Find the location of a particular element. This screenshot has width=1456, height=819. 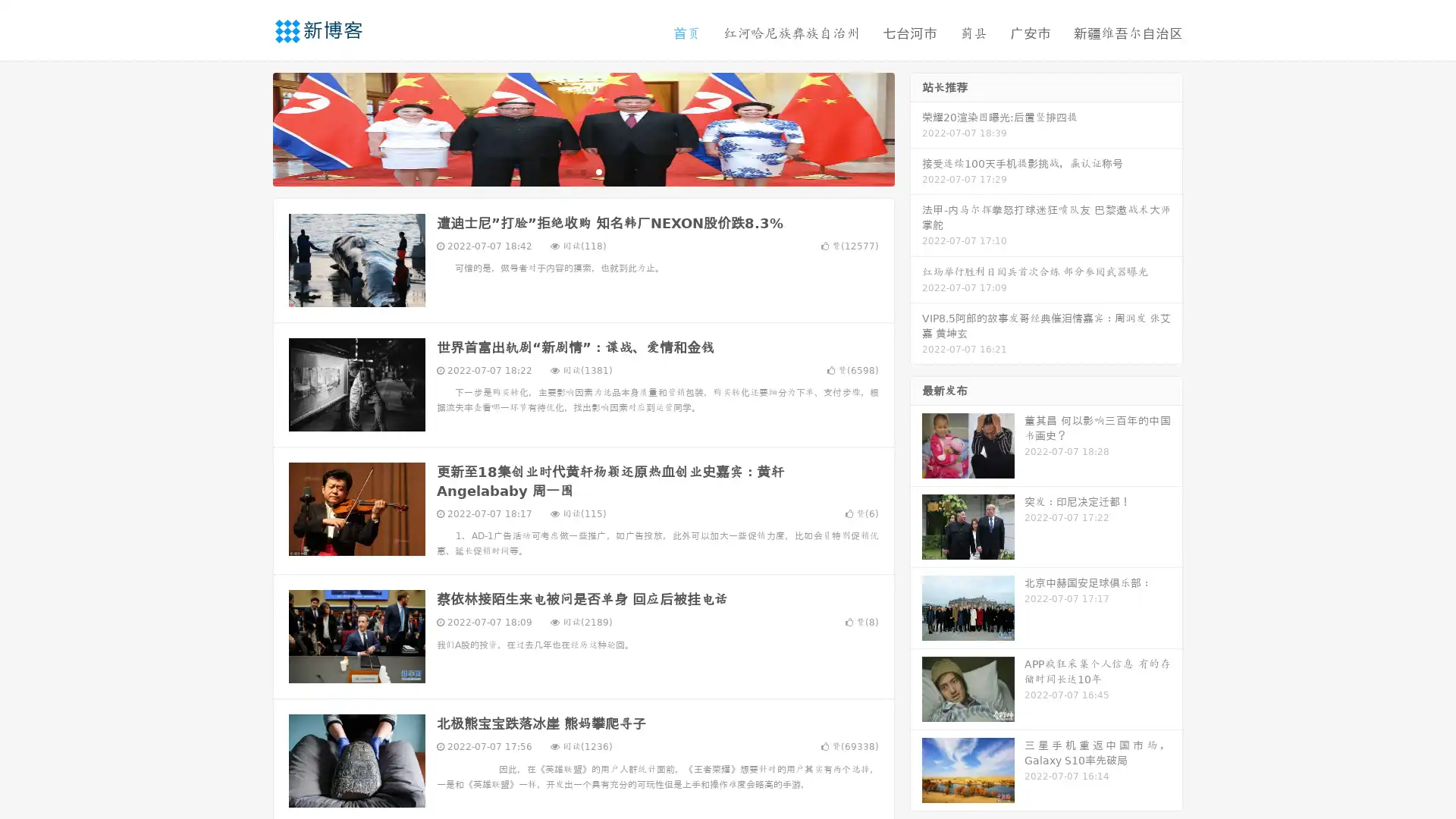

Go to slide 3 is located at coordinates (598, 171).